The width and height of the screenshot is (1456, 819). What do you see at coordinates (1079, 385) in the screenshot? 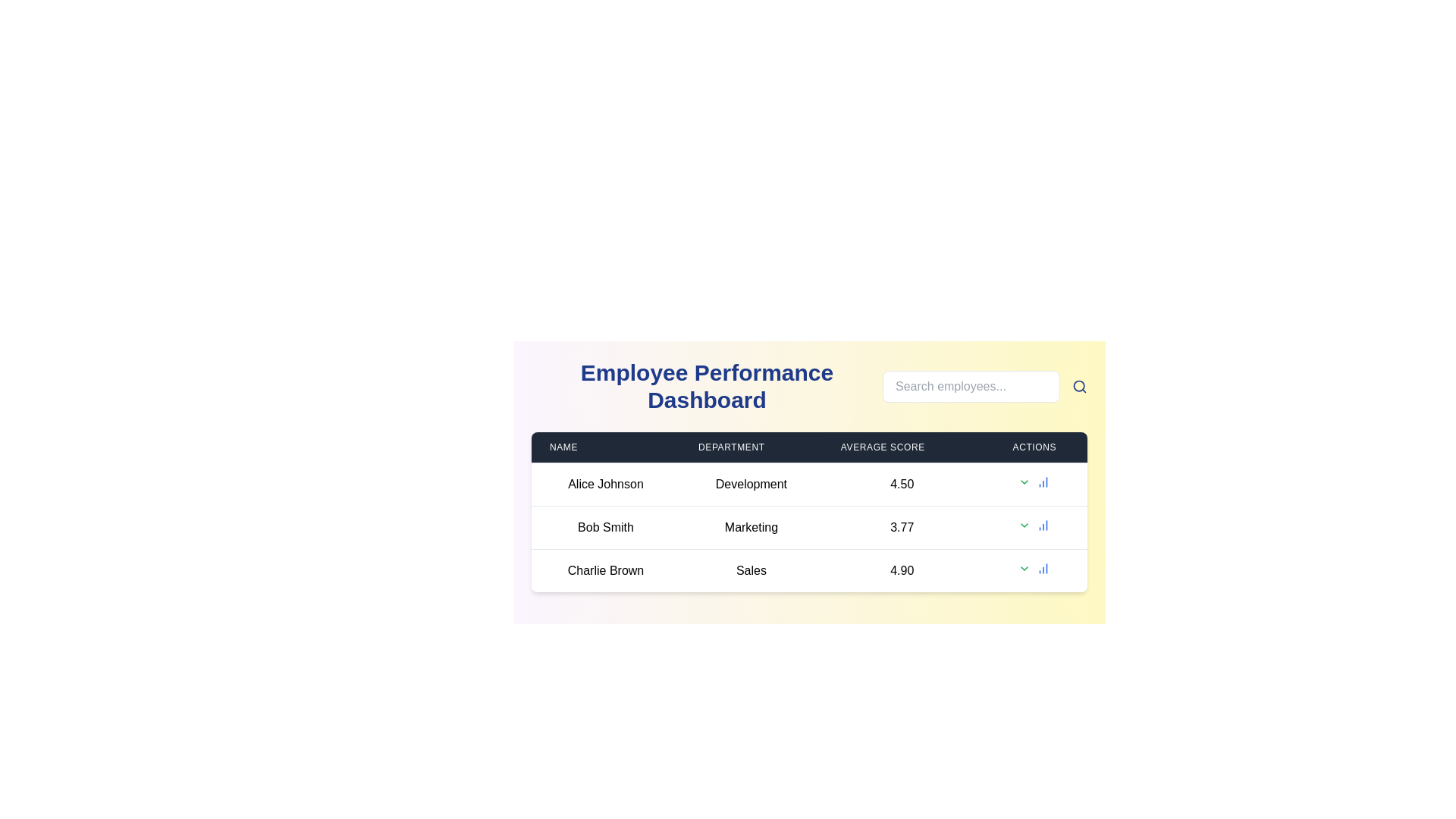
I see `the blue magnifying glass icon on the right side of the 'Search employees...' text input field to interact with the search function` at bounding box center [1079, 385].